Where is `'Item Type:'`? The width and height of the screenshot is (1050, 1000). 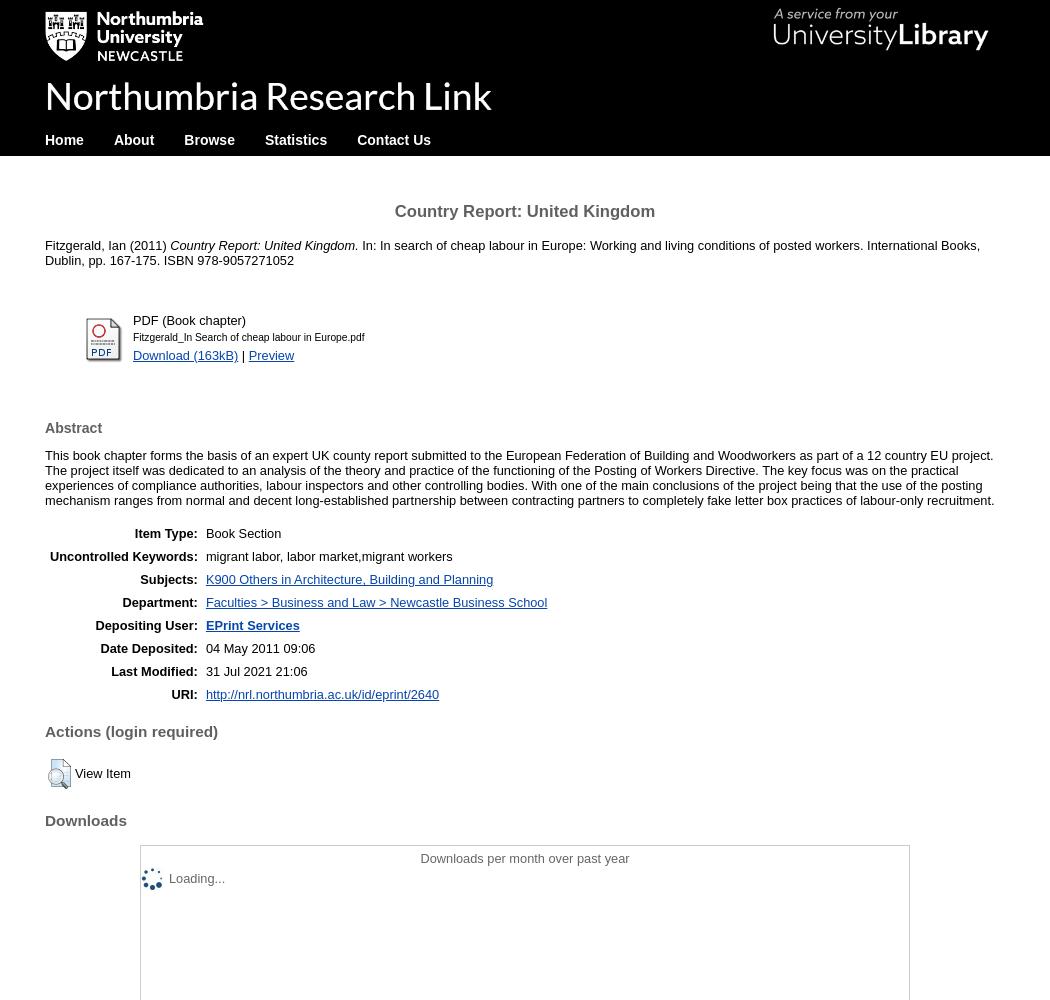
'Item Type:' is located at coordinates (165, 533).